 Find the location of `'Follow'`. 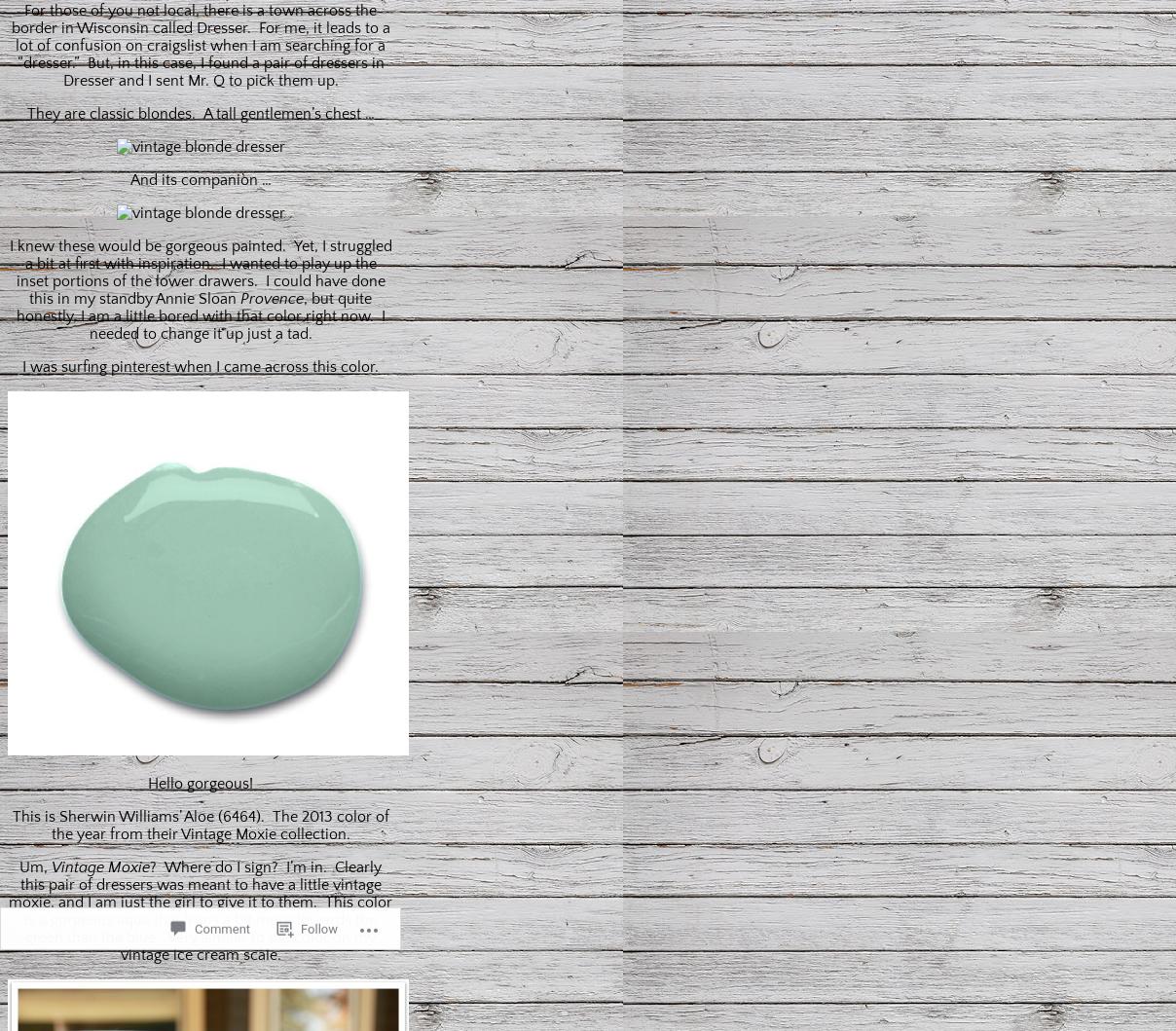

'Follow' is located at coordinates (317, 895).